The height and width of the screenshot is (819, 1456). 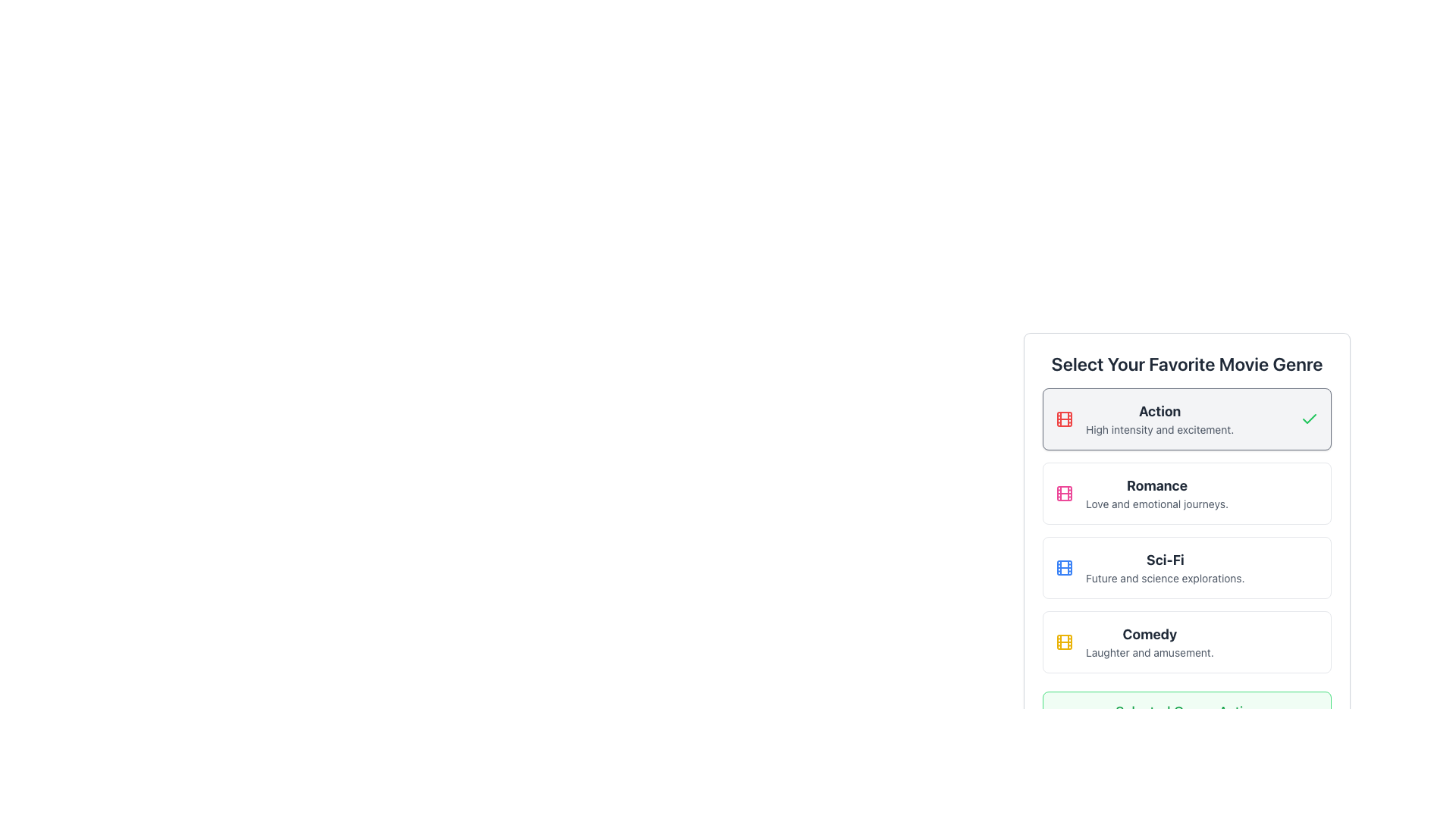 What do you see at coordinates (1063, 419) in the screenshot?
I see `the 'Action' genre icon located to the left of the word 'Action' in the movie genres list` at bounding box center [1063, 419].